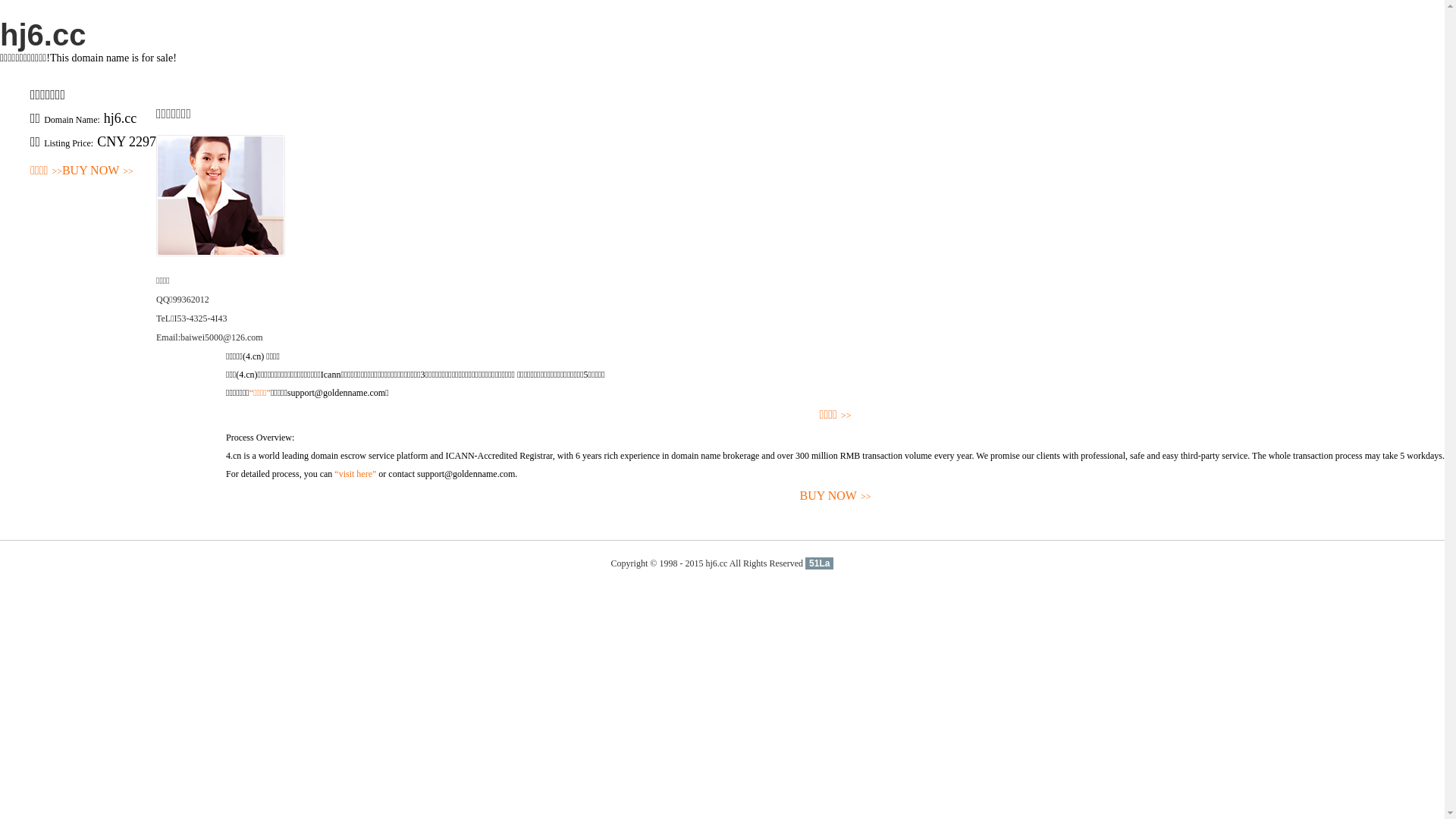 The image size is (1456, 819). Describe the element at coordinates (61, 171) in the screenshot. I see `'BUY NOW>>'` at that location.